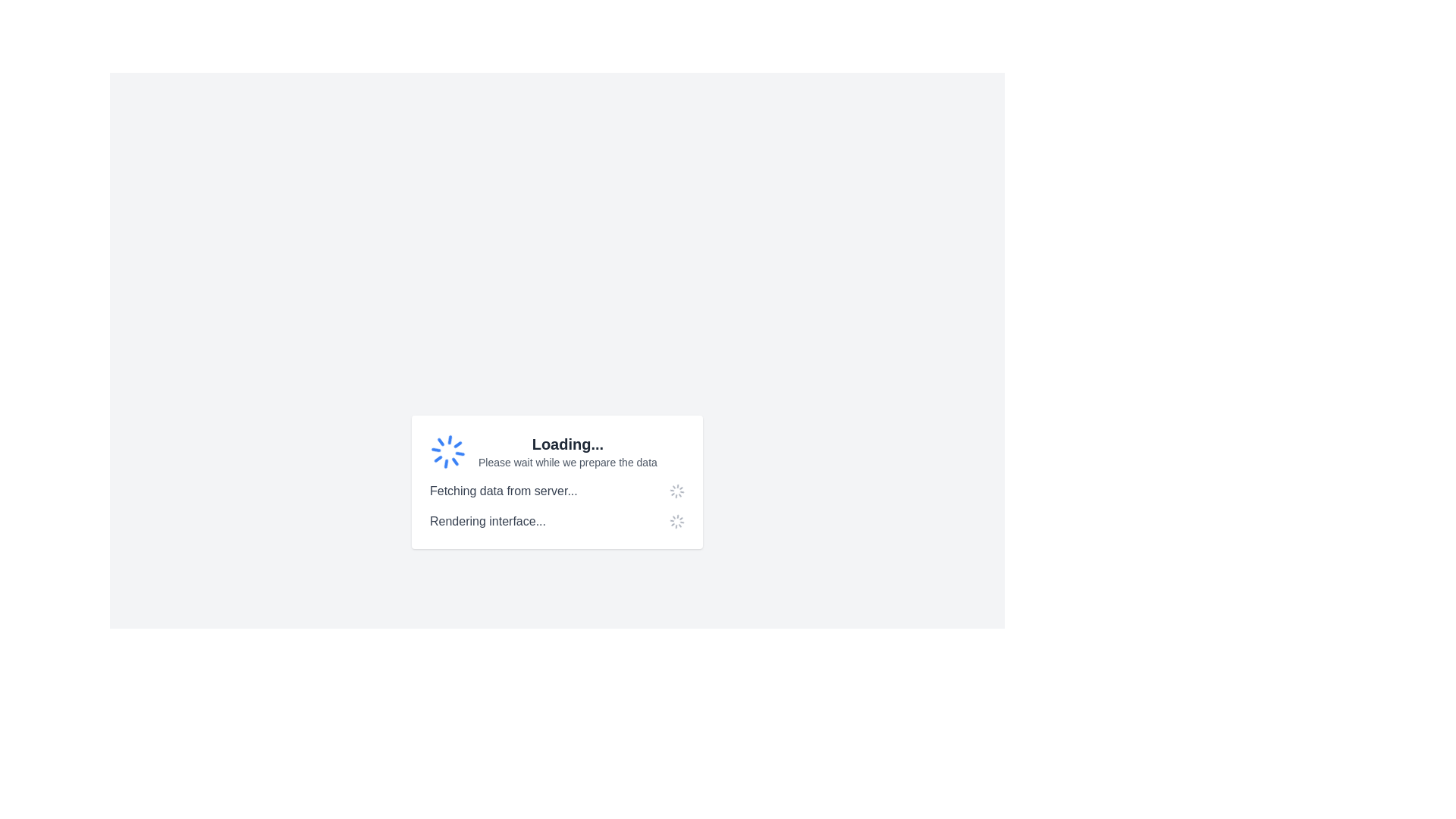  I want to click on the text label displaying 'Please wait while we prepare the data.', so click(566, 461).